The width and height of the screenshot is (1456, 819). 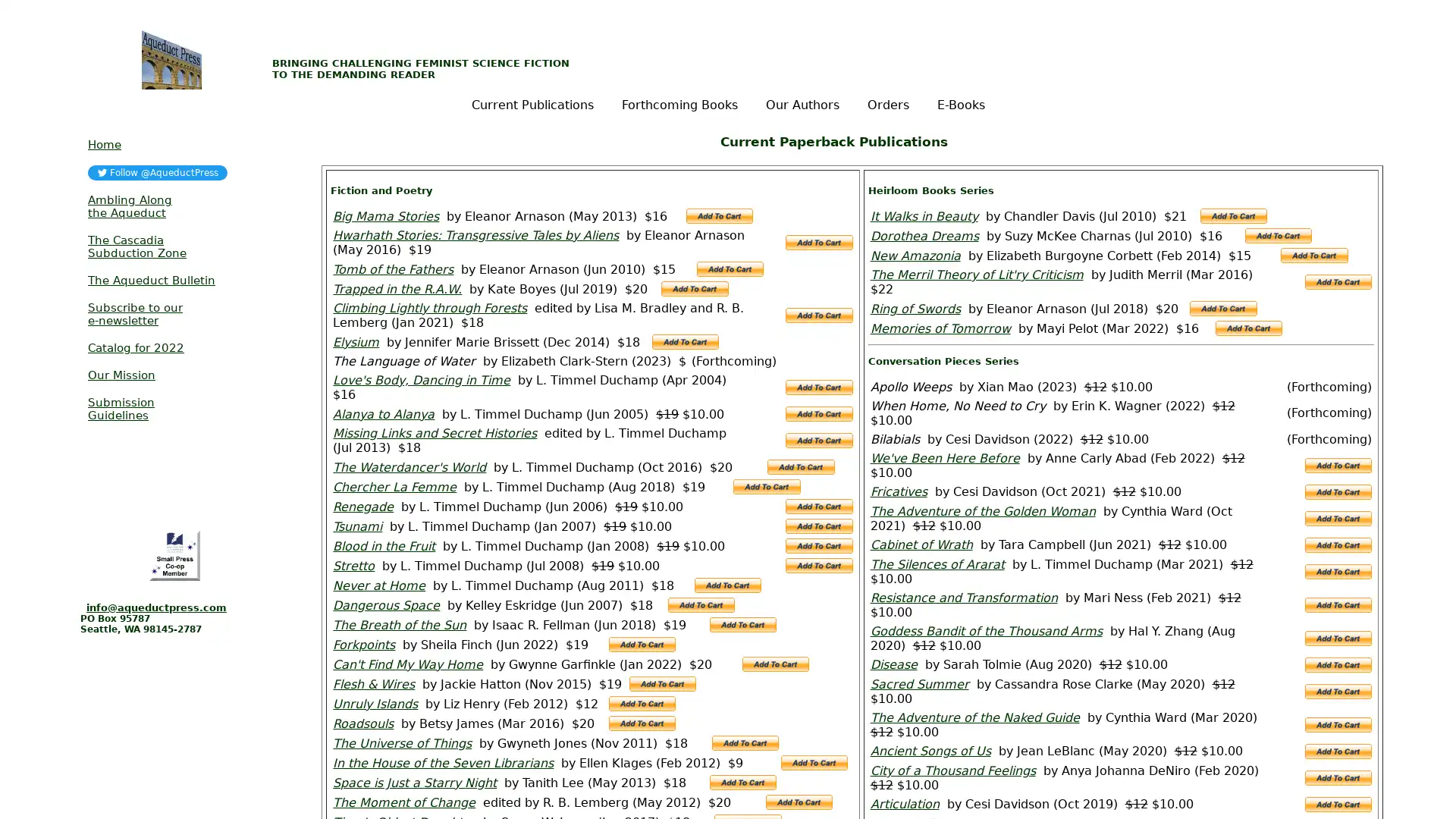 What do you see at coordinates (1248, 327) in the screenshot?
I see `Make payments with PayPal - it\'s fast, free and secure!` at bounding box center [1248, 327].